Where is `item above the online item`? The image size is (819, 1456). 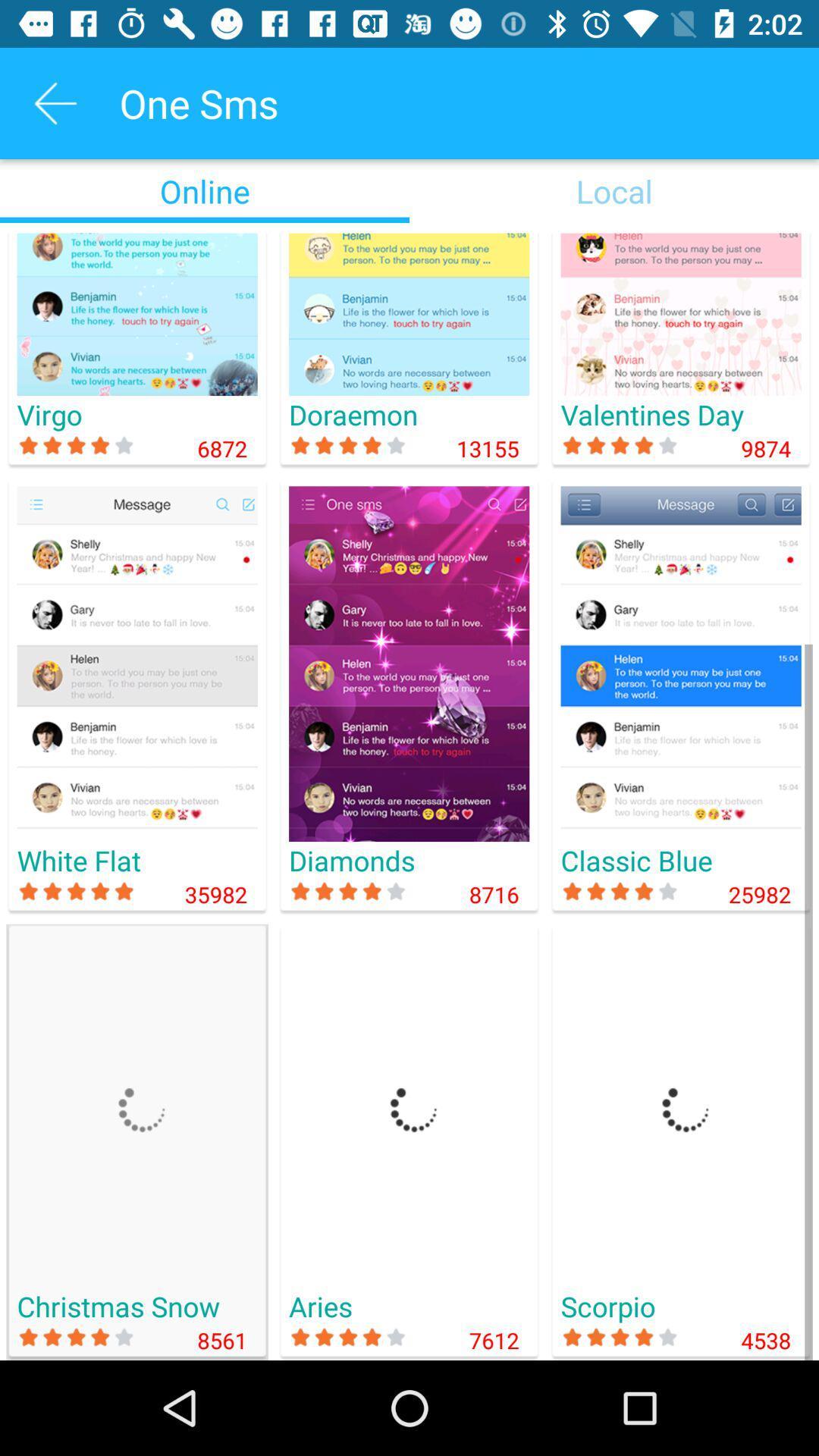 item above the online item is located at coordinates (55, 102).